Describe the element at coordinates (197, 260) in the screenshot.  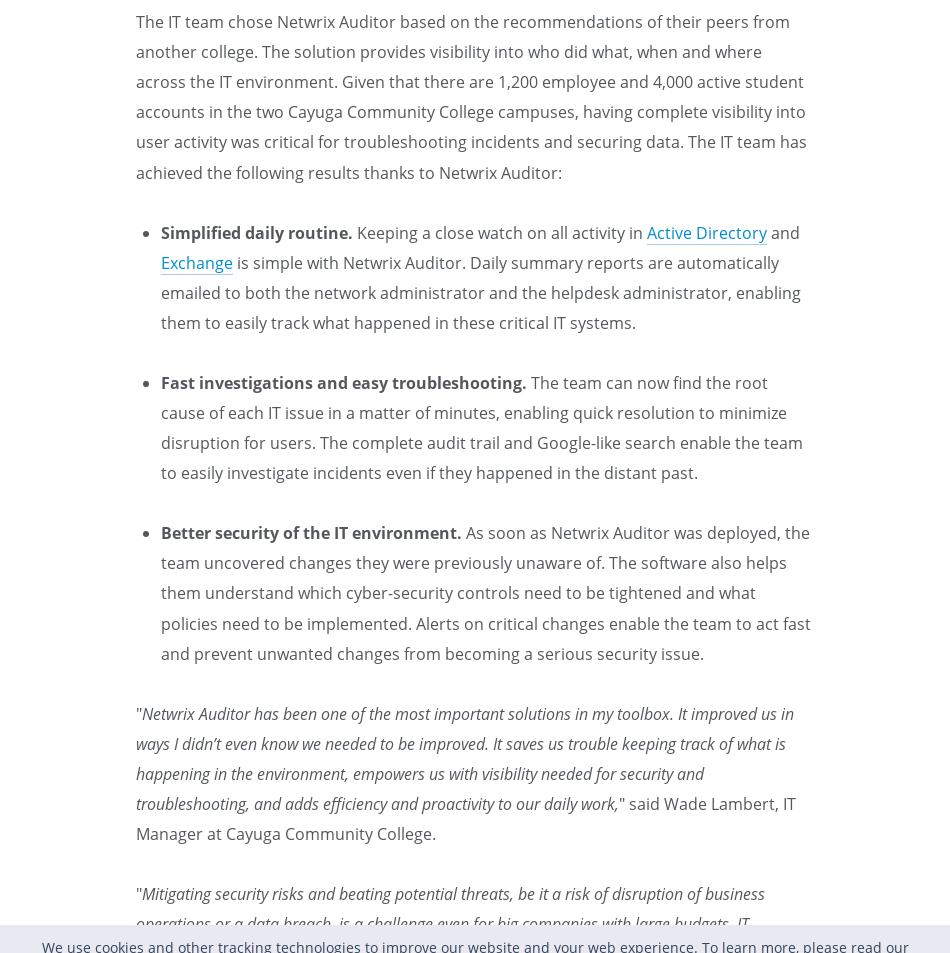
I see `'Exchange'` at that location.